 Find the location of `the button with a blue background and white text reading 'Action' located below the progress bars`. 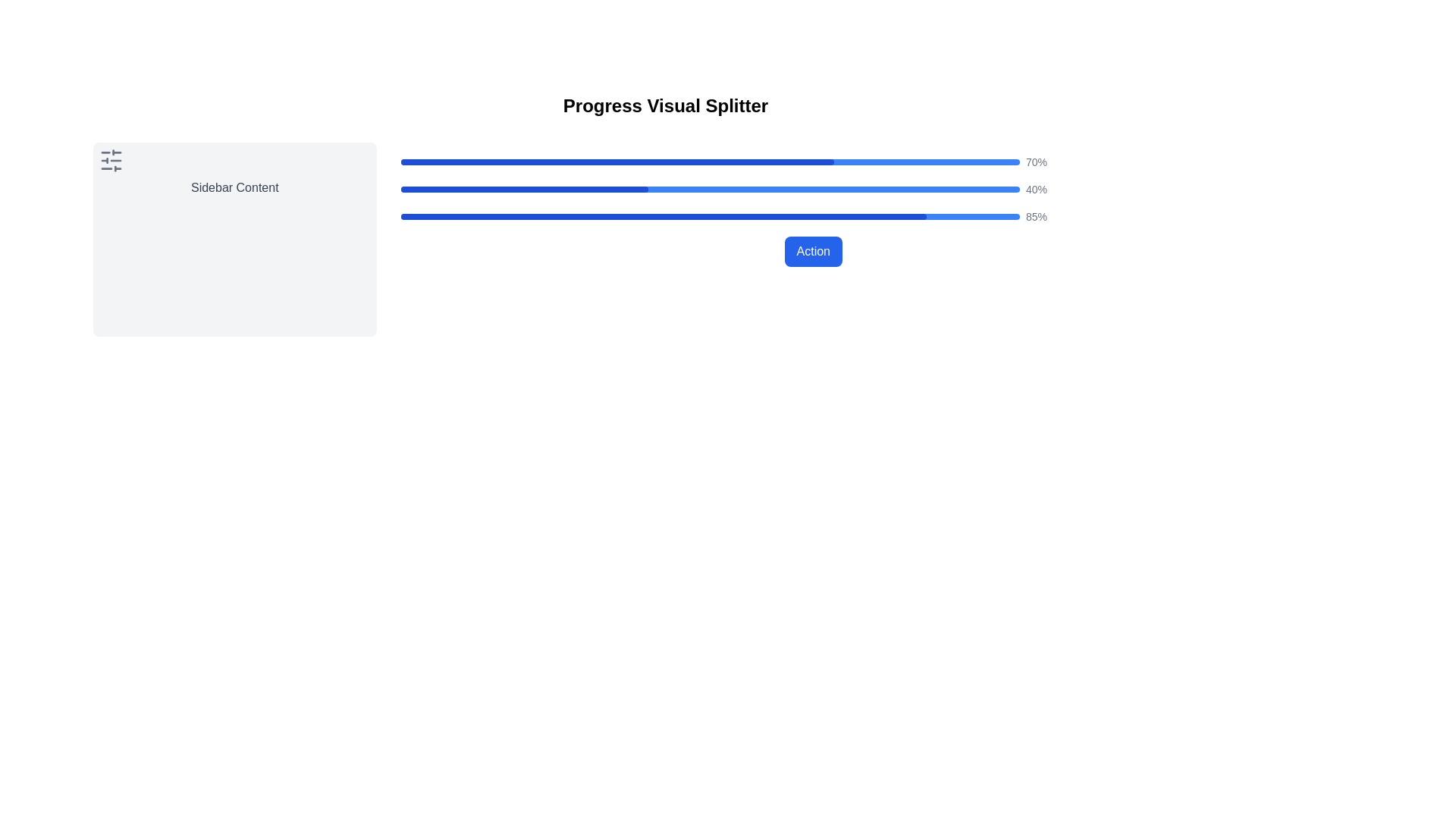

the button with a blue background and white text reading 'Action' located below the progress bars is located at coordinates (812, 250).